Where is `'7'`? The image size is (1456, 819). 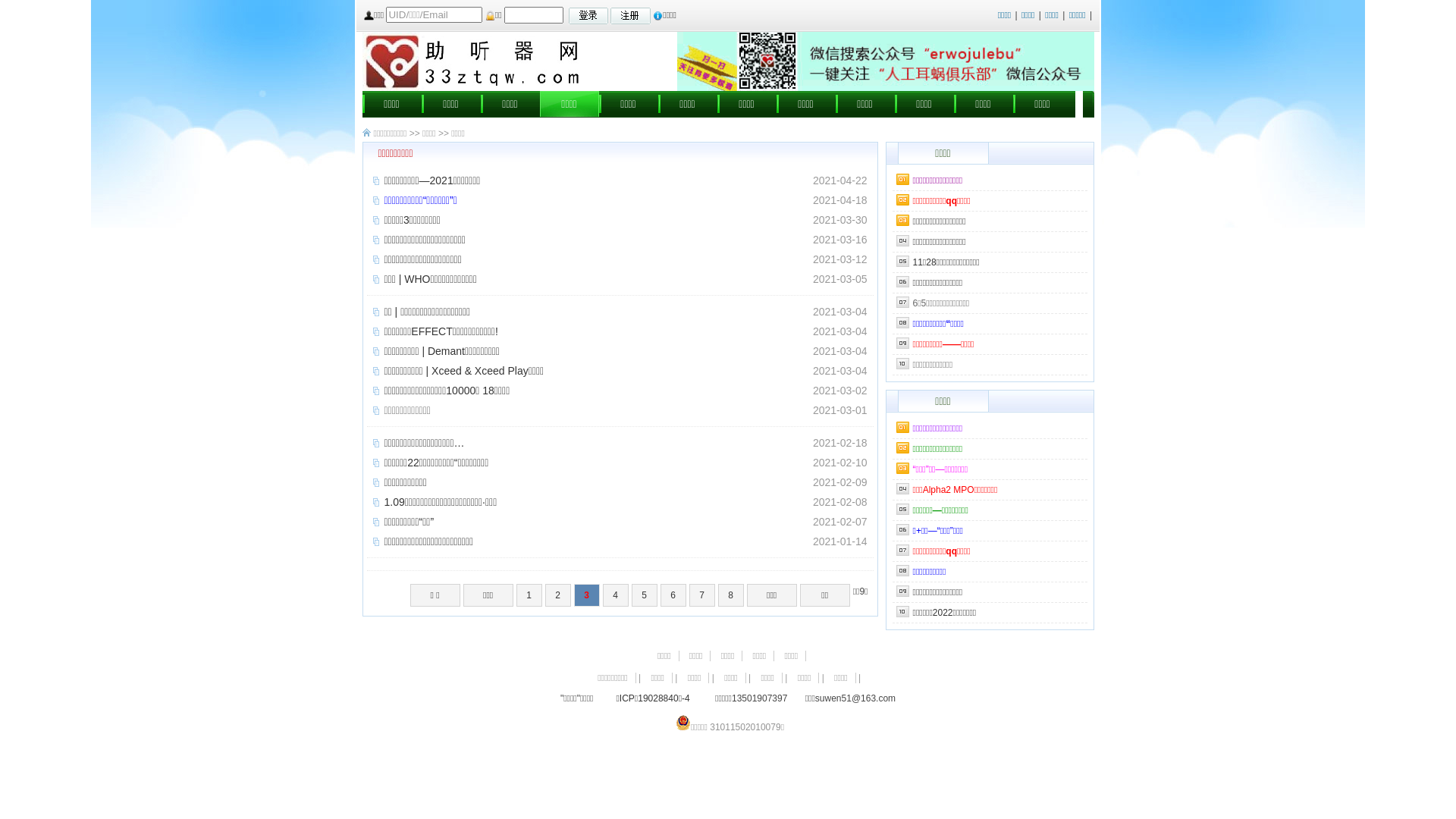
'7' is located at coordinates (701, 595).